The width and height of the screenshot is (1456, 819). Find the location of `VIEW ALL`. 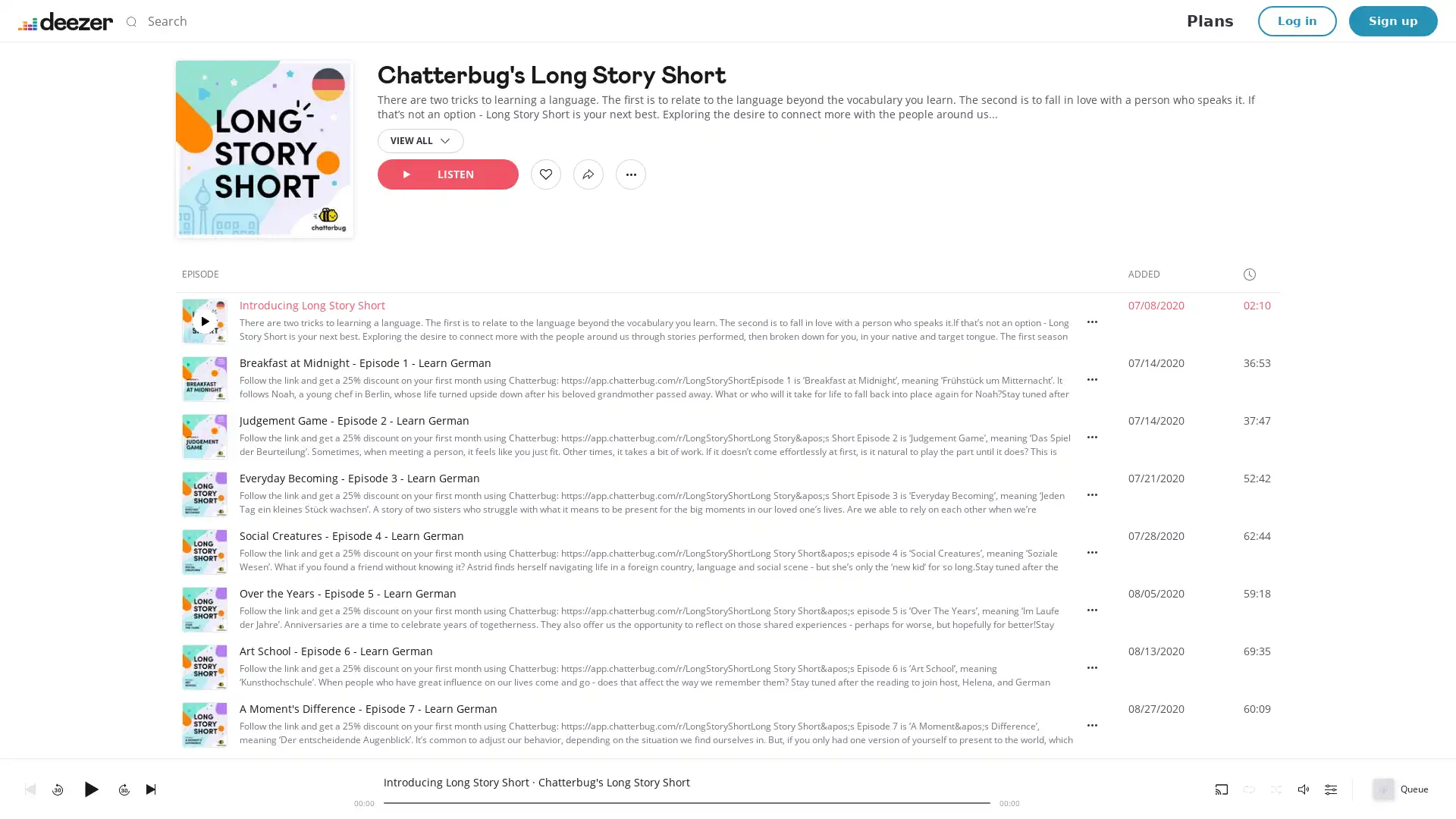

VIEW ALL is located at coordinates (421, 140).